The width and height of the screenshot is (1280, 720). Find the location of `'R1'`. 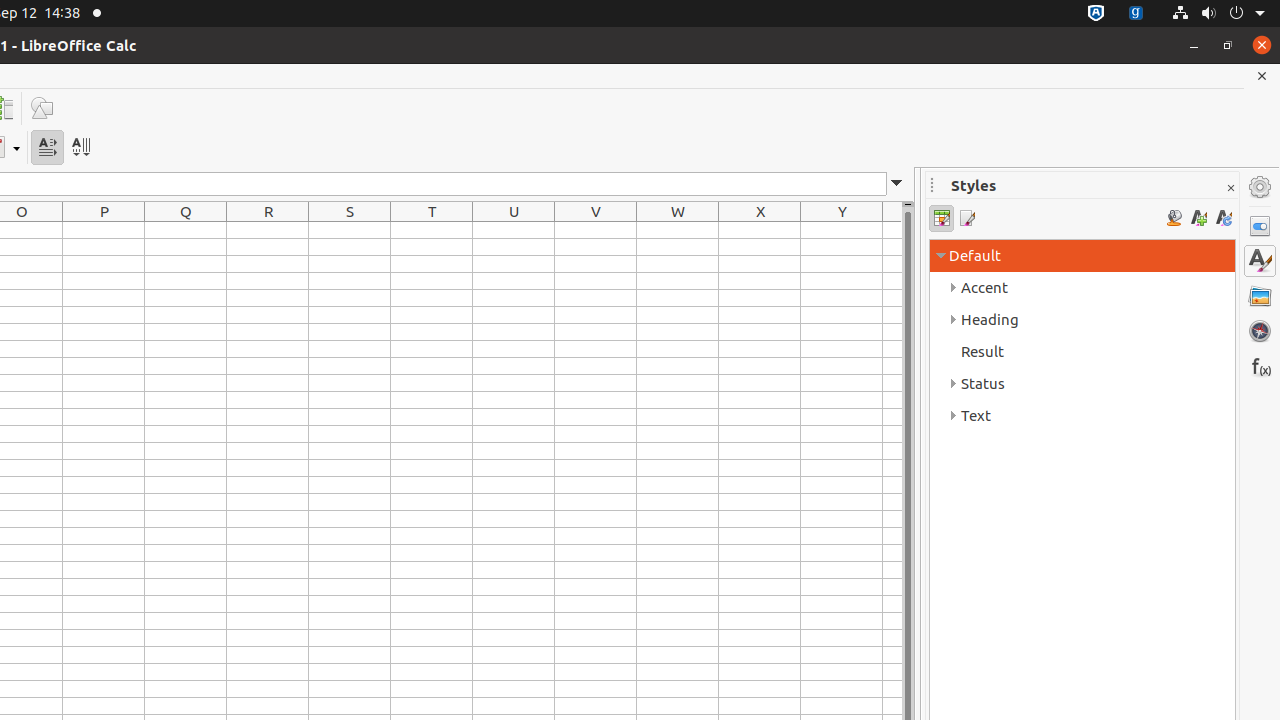

'R1' is located at coordinates (267, 229).